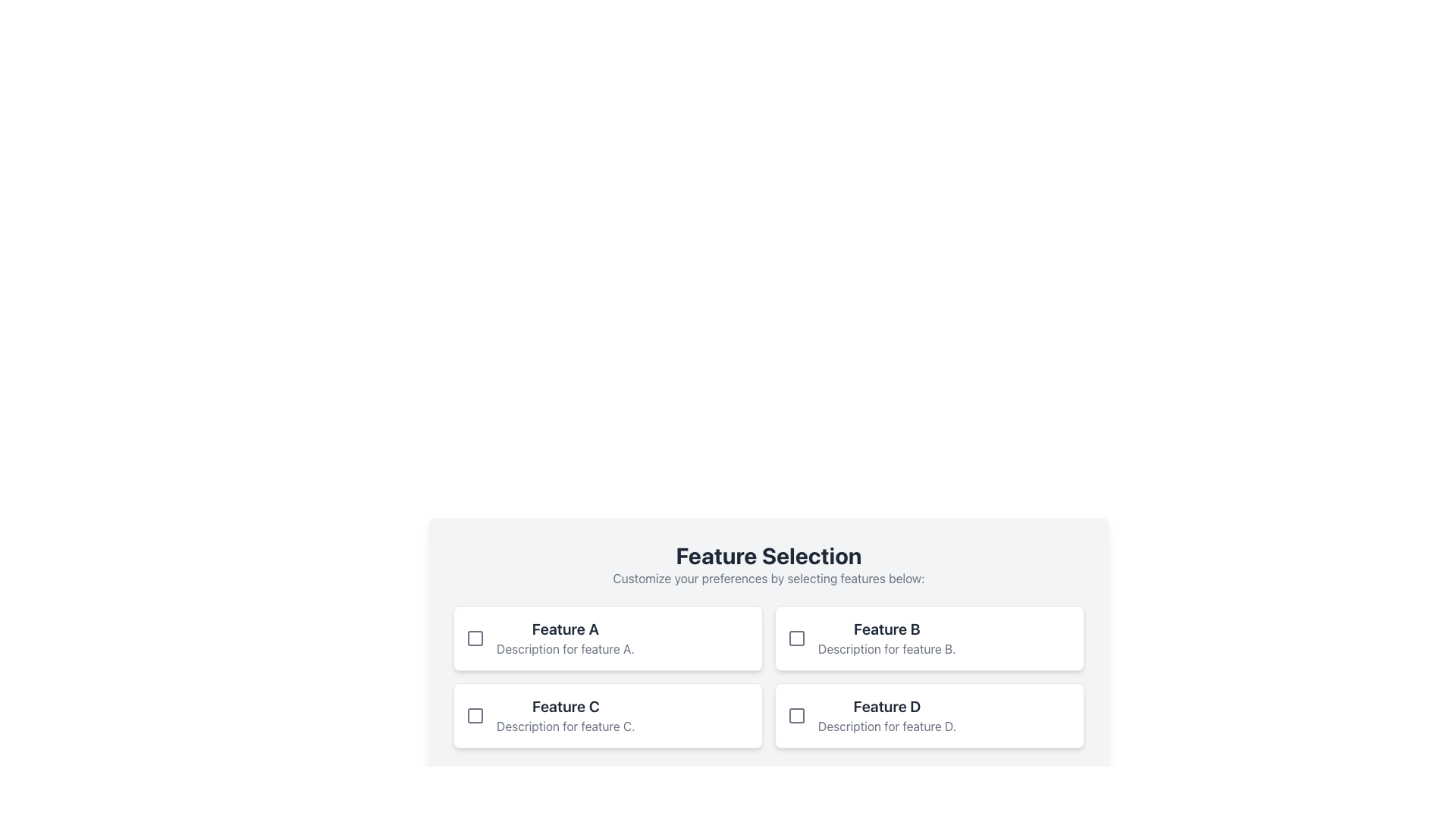  Describe the element at coordinates (887, 707) in the screenshot. I see `the text label 'Feature D' rendered in bold, extra-large dark gray font located on the bottom right card under 'Feature Selection'` at that location.